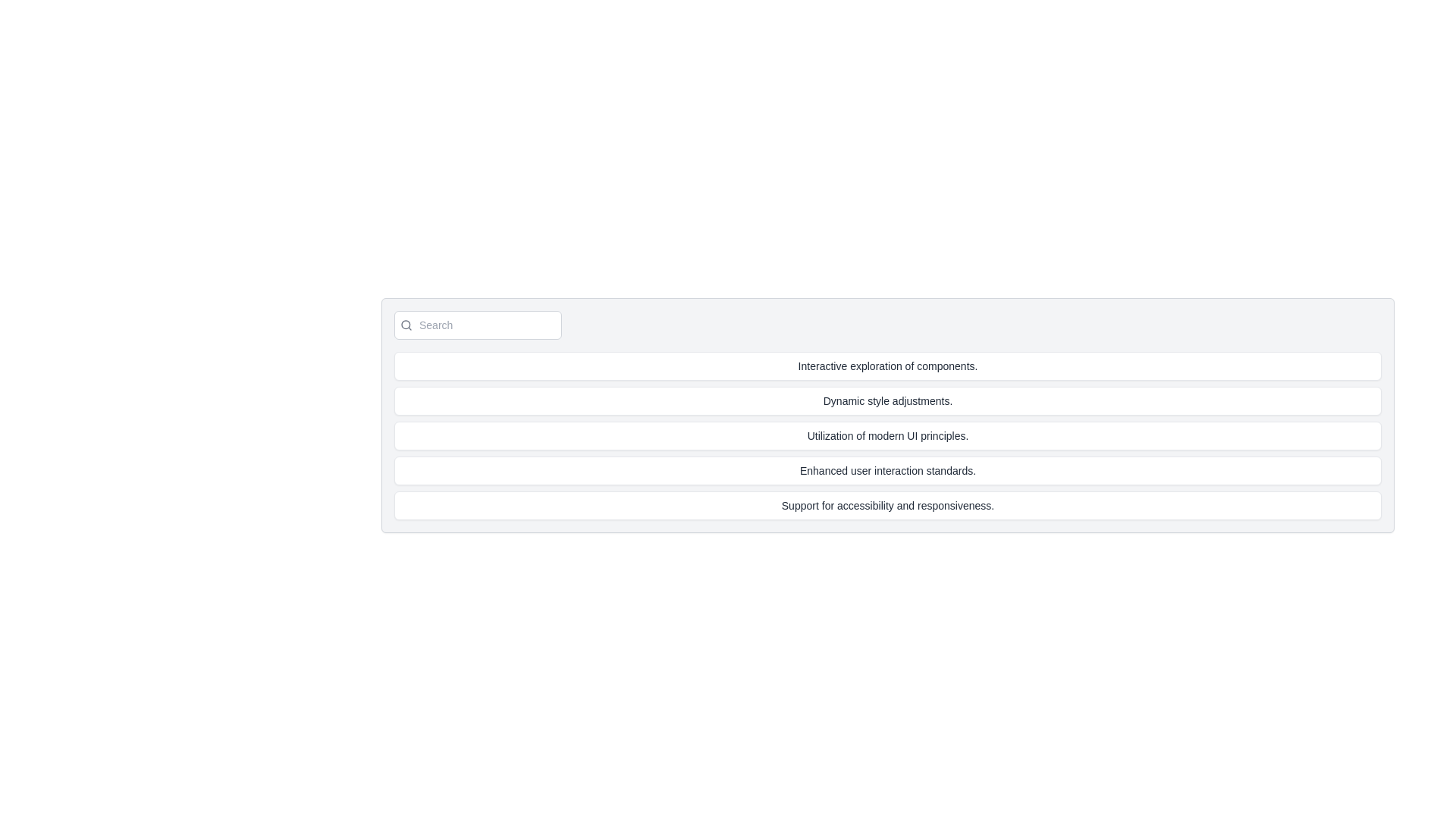 The image size is (1456, 819). I want to click on the text character located in the second line of text following 'Dynamic style adjustment', so click(914, 400).